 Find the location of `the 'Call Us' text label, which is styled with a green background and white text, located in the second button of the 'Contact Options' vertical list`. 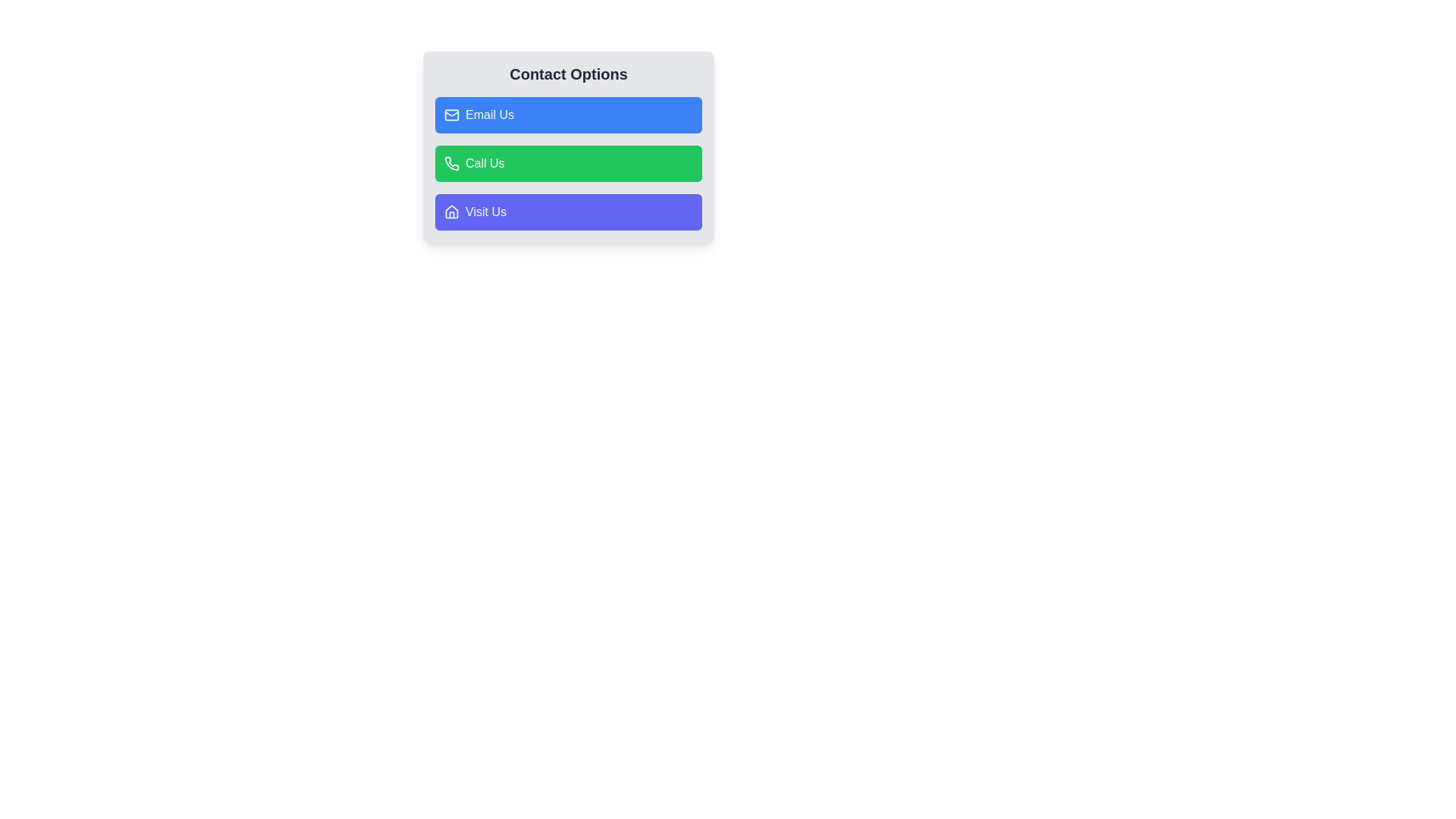

the 'Call Us' text label, which is styled with a green background and white text, located in the second button of the 'Contact Options' vertical list is located at coordinates (484, 164).